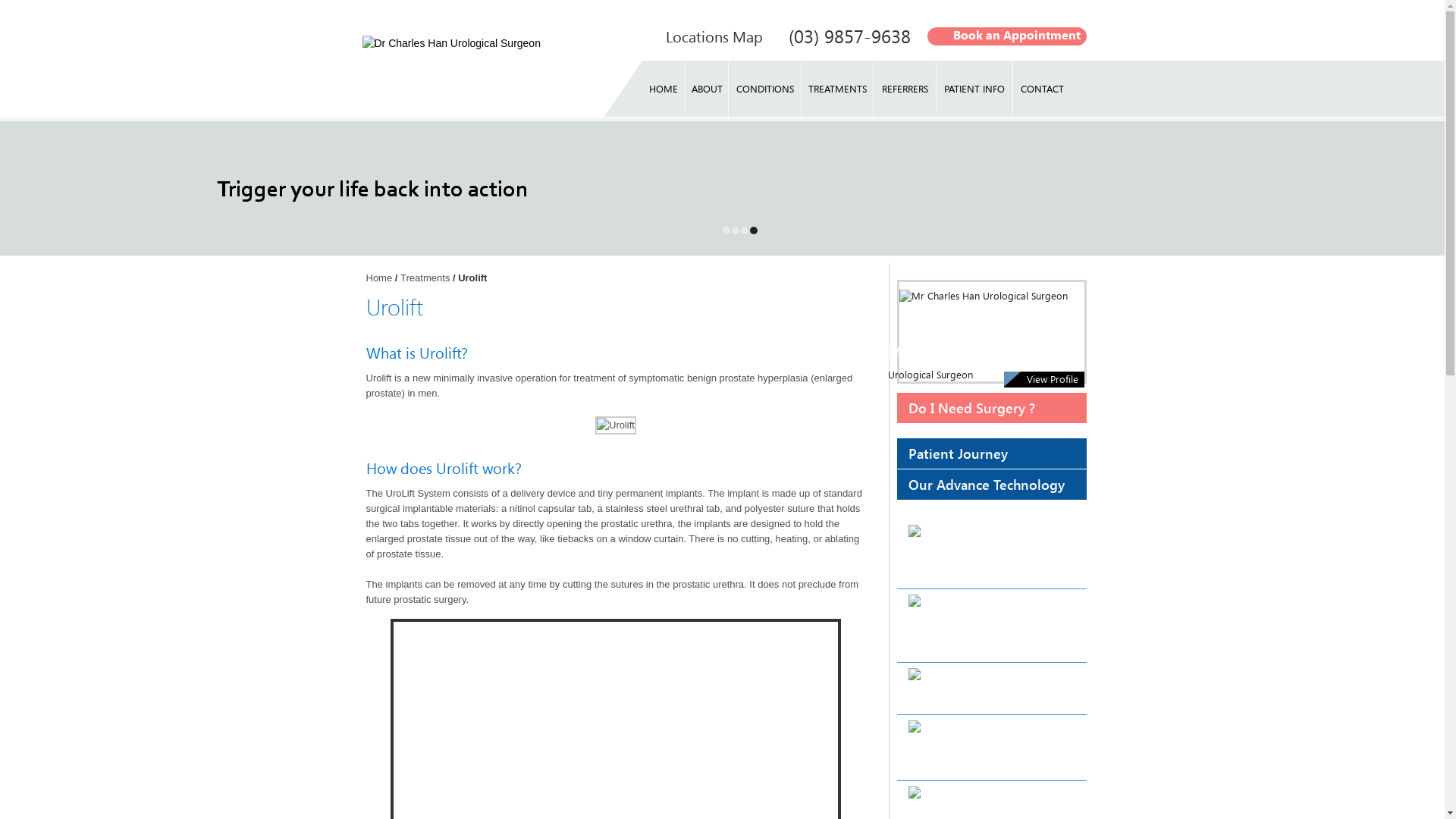 The width and height of the screenshot is (1456, 819). I want to click on 'View Profile', so click(1043, 378).